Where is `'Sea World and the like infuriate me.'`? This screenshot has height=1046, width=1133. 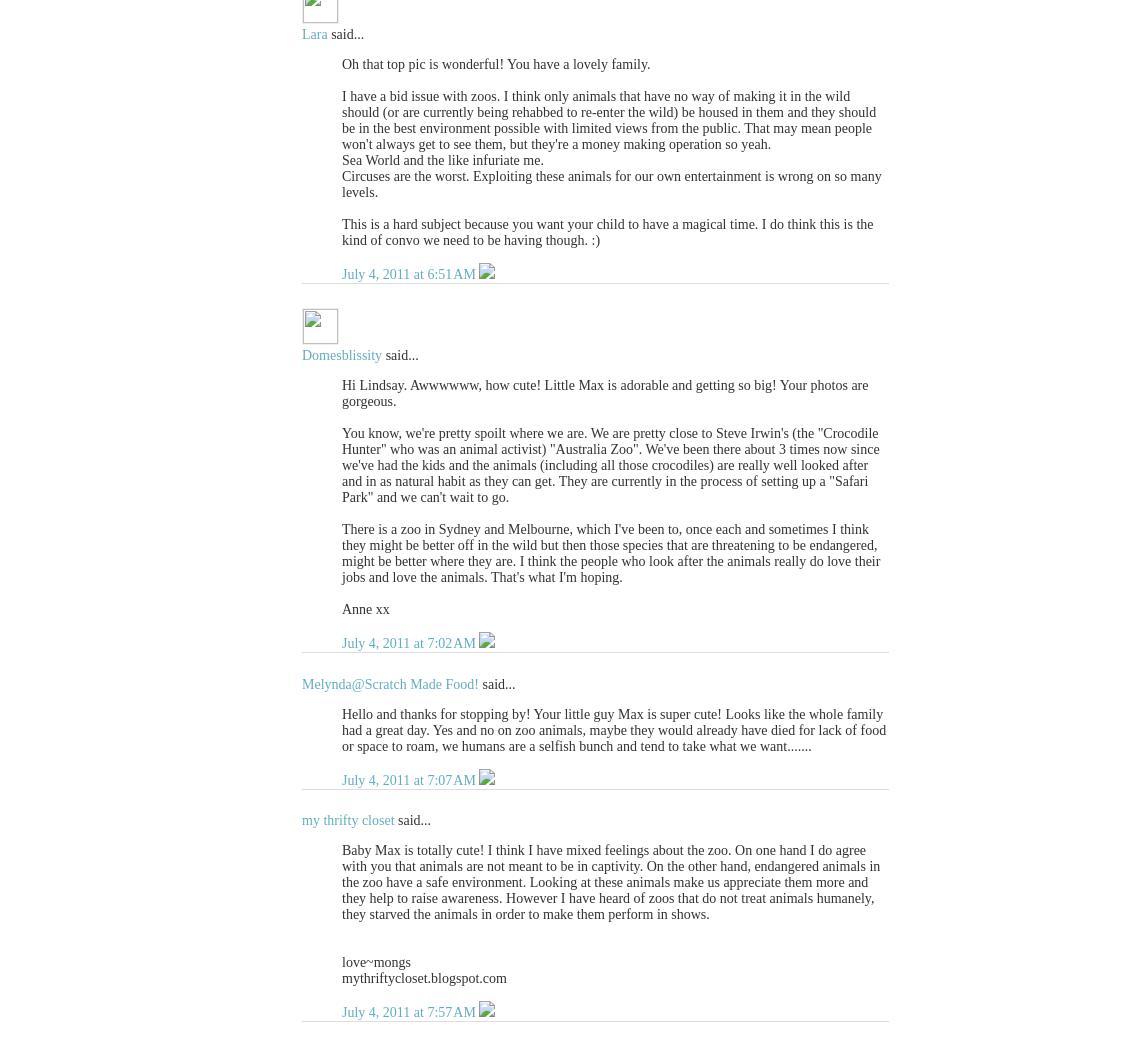
'Sea World and the like infuriate me.' is located at coordinates (342, 160).